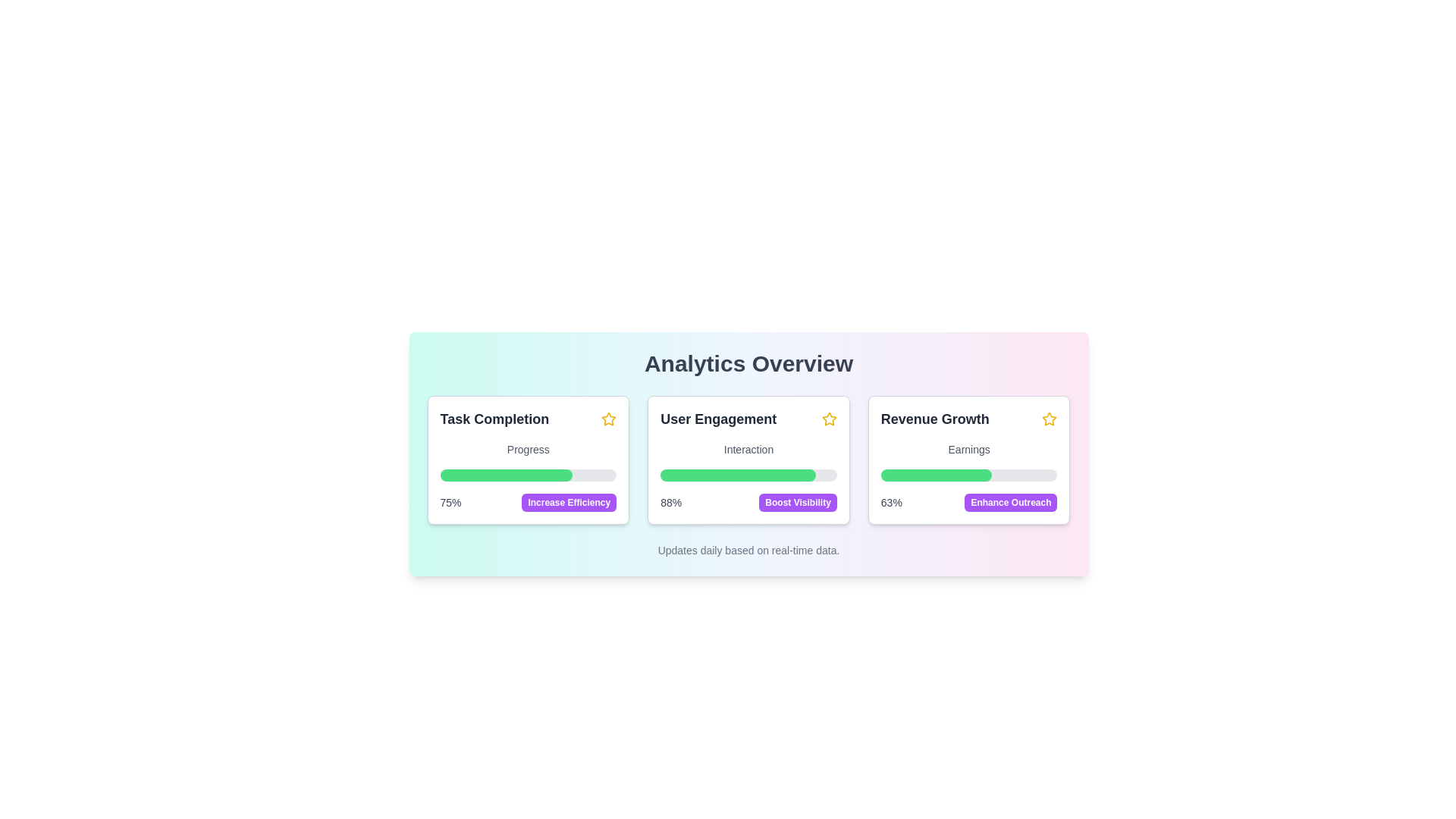 The width and height of the screenshot is (1456, 819). Describe the element at coordinates (528, 503) in the screenshot. I see `the 'Increase Efficiency' button located to the right of the '75%' text label at the bottom of the 'Task Completion' card in the Analytics Overview section` at that location.